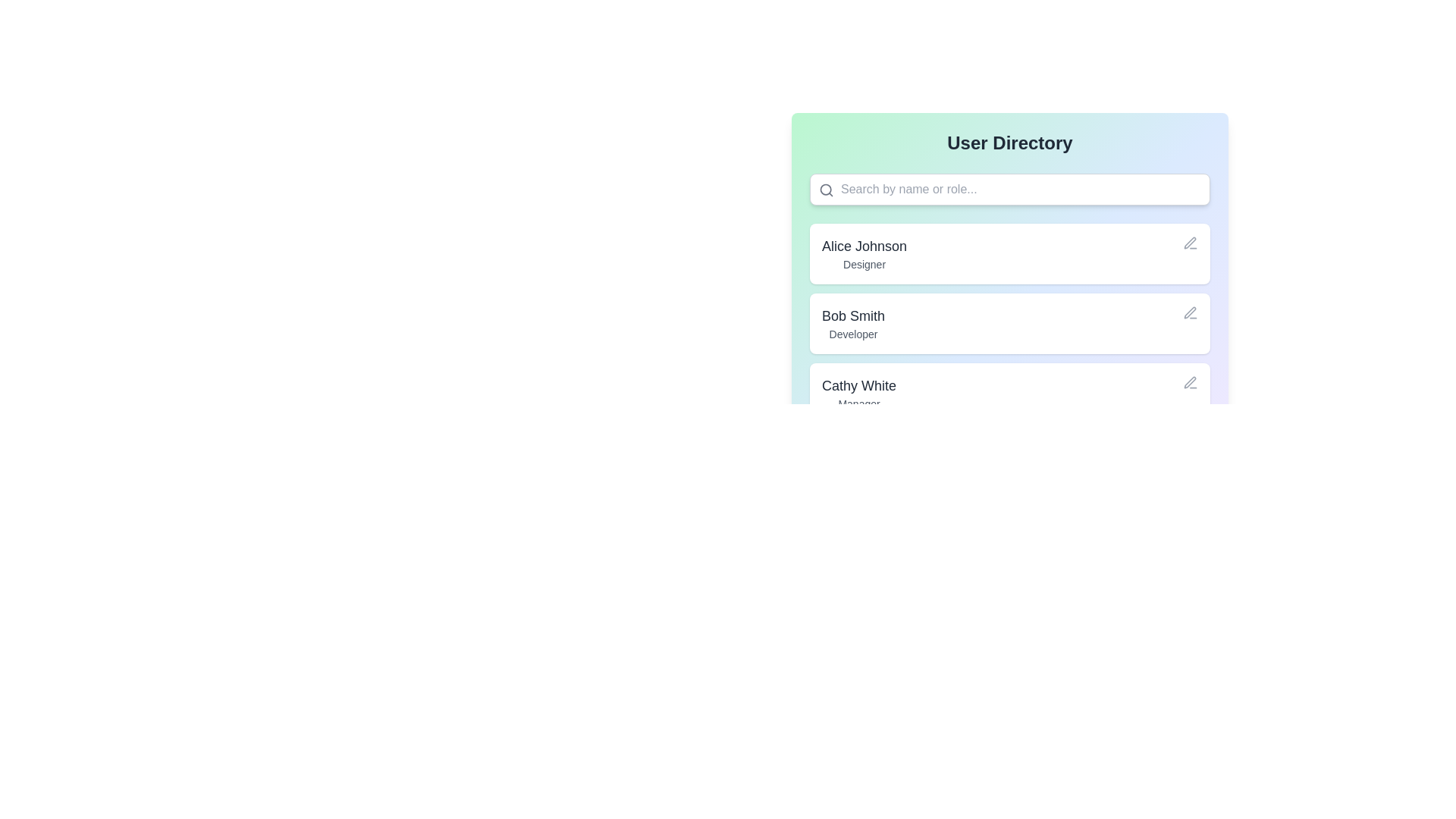  I want to click on the static text label displaying 'Designer', which is styled with a smaller font size and grey color, located below 'Alice Johnson' in the user directory interface, so click(864, 263).